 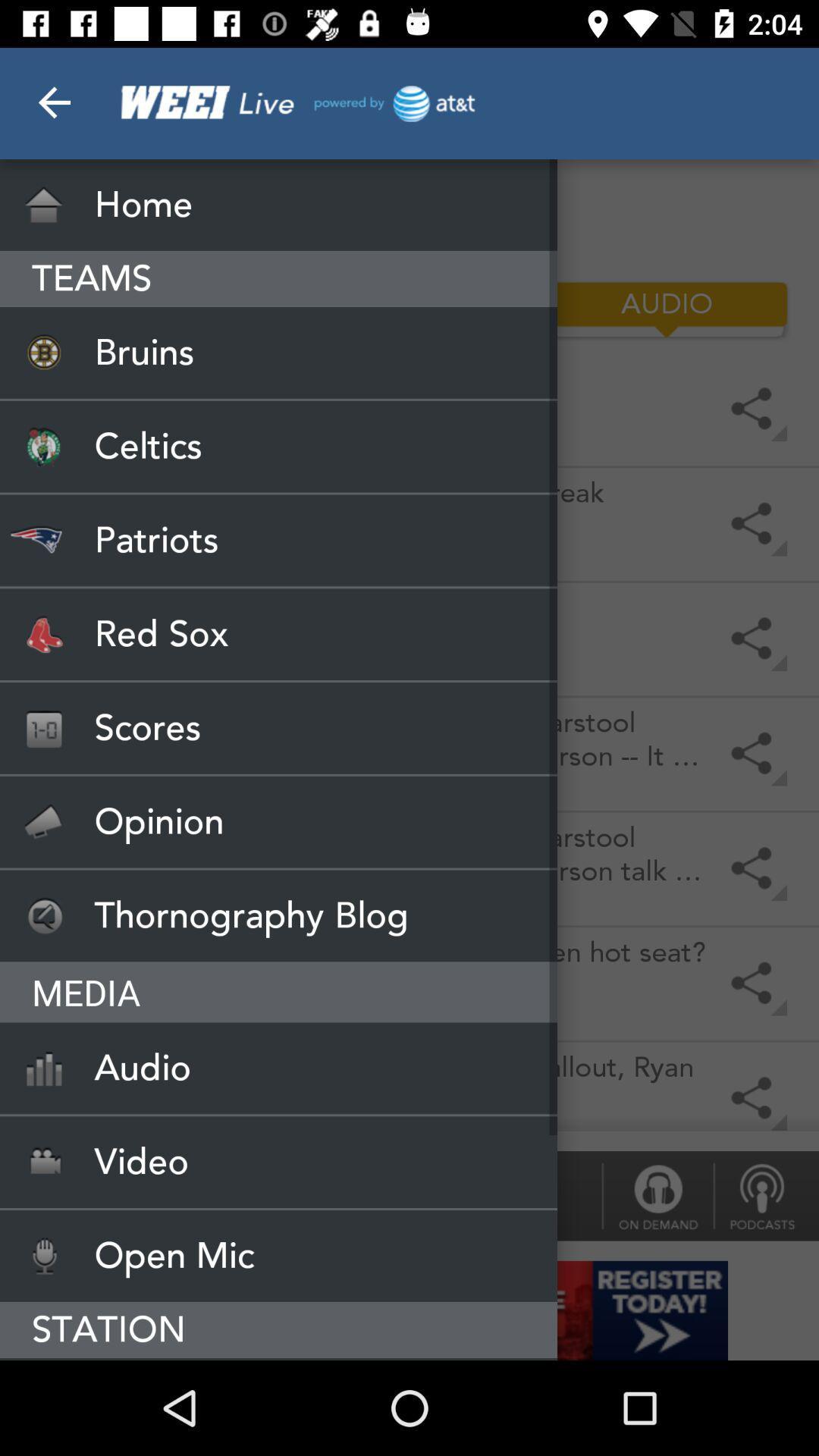 What do you see at coordinates (278, 1256) in the screenshot?
I see `item above the station icon` at bounding box center [278, 1256].